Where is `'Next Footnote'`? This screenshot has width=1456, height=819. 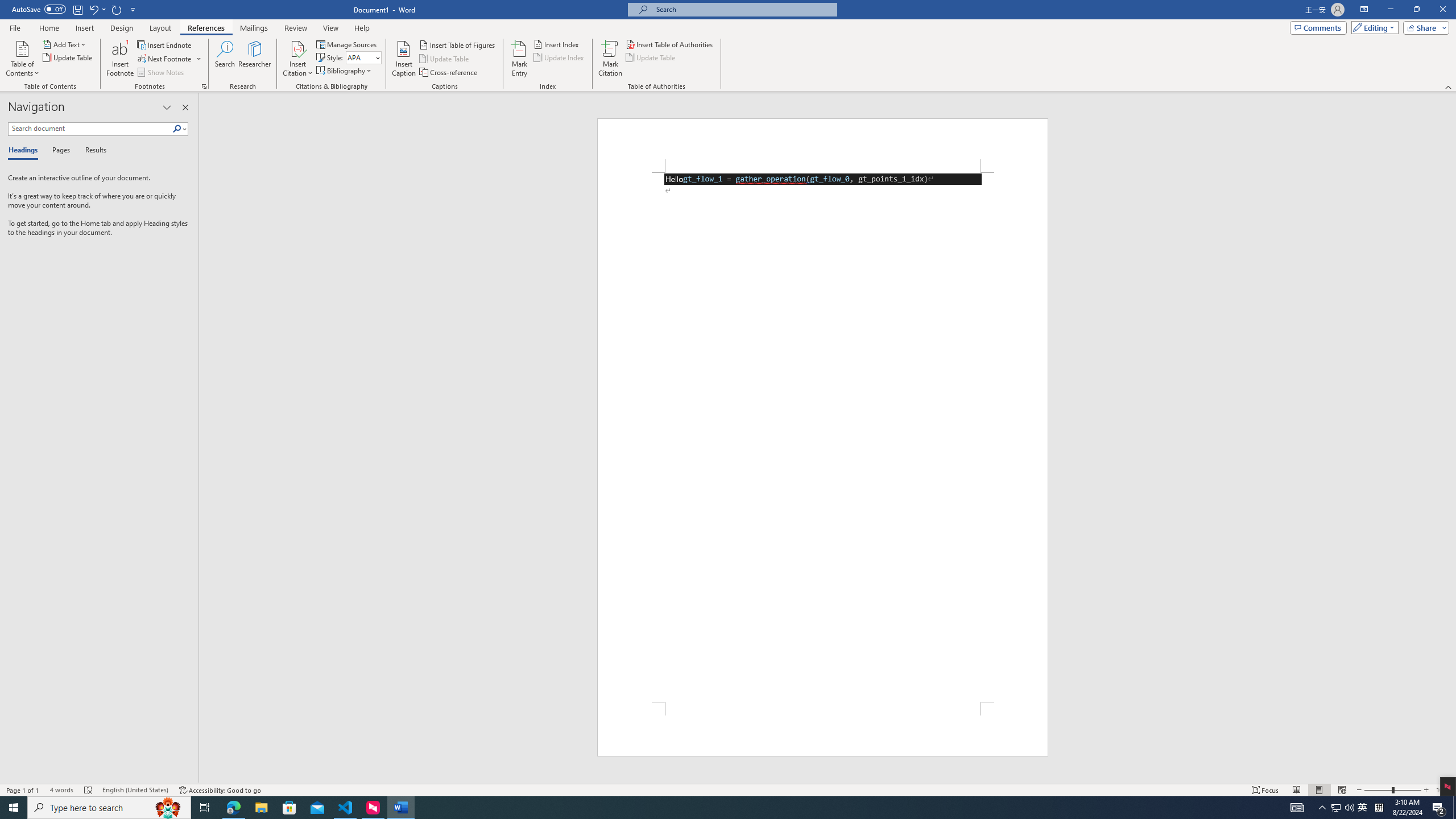
'Next Footnote' is located at coordinates (164, 59).